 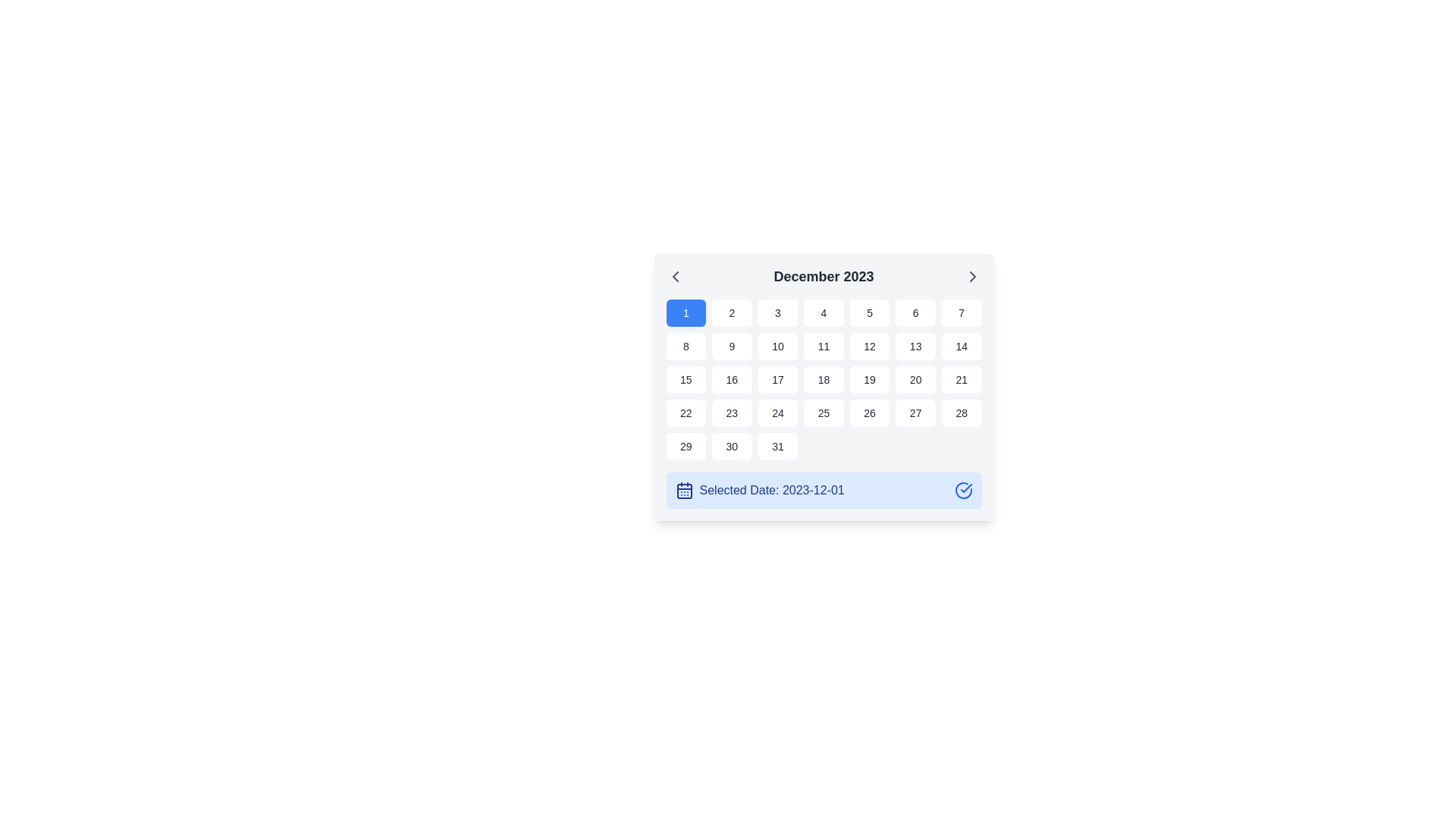 What do you see at coordinates (685, 413) in the screenshot?
I see `the interactive day selection button located in the fourth row and first column of the calendar grid` at bounding box center [685, 413].